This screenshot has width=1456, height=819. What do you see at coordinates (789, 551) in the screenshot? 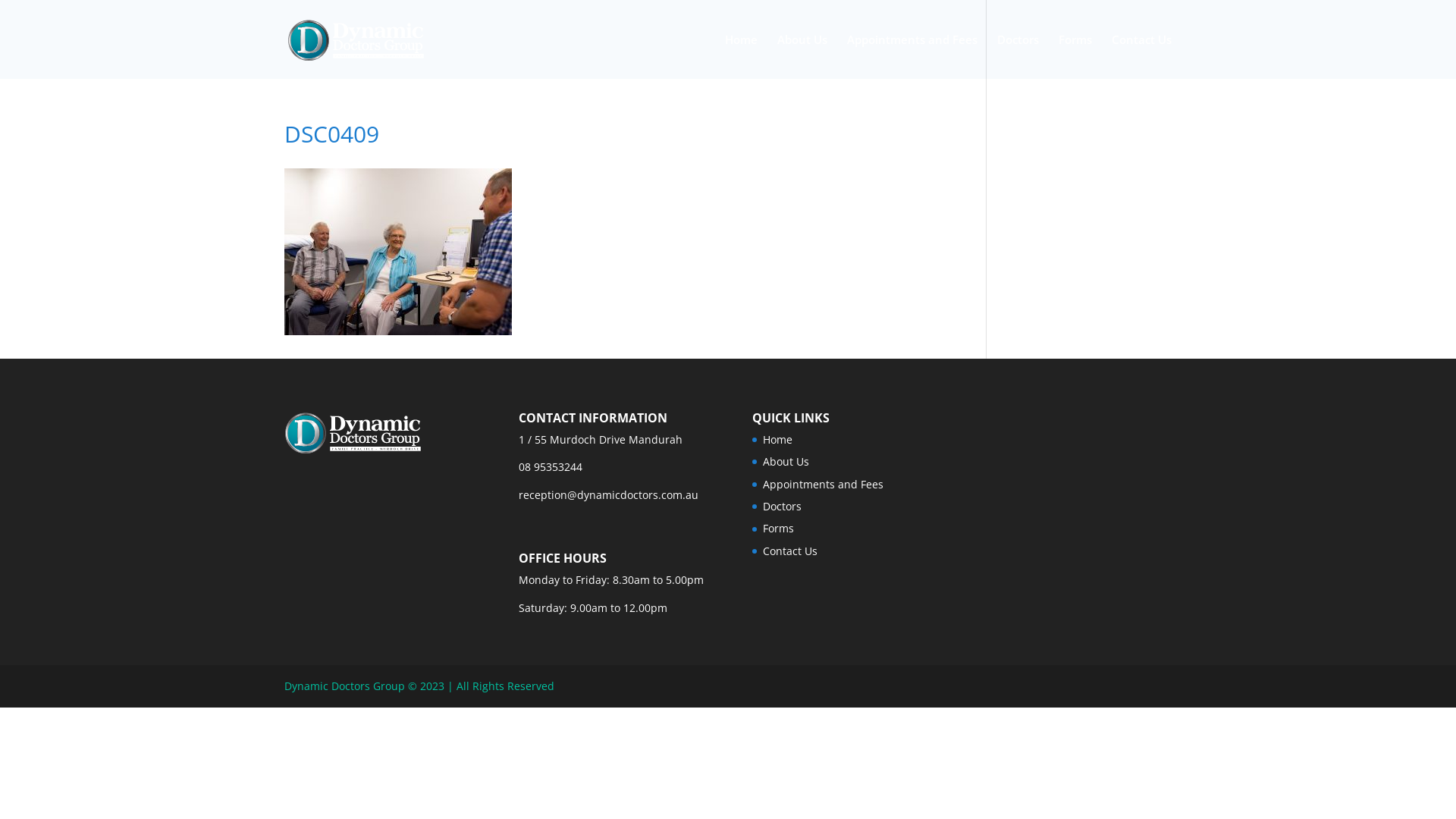
I see `'Contact Us'` at bounding box center [789, 551].